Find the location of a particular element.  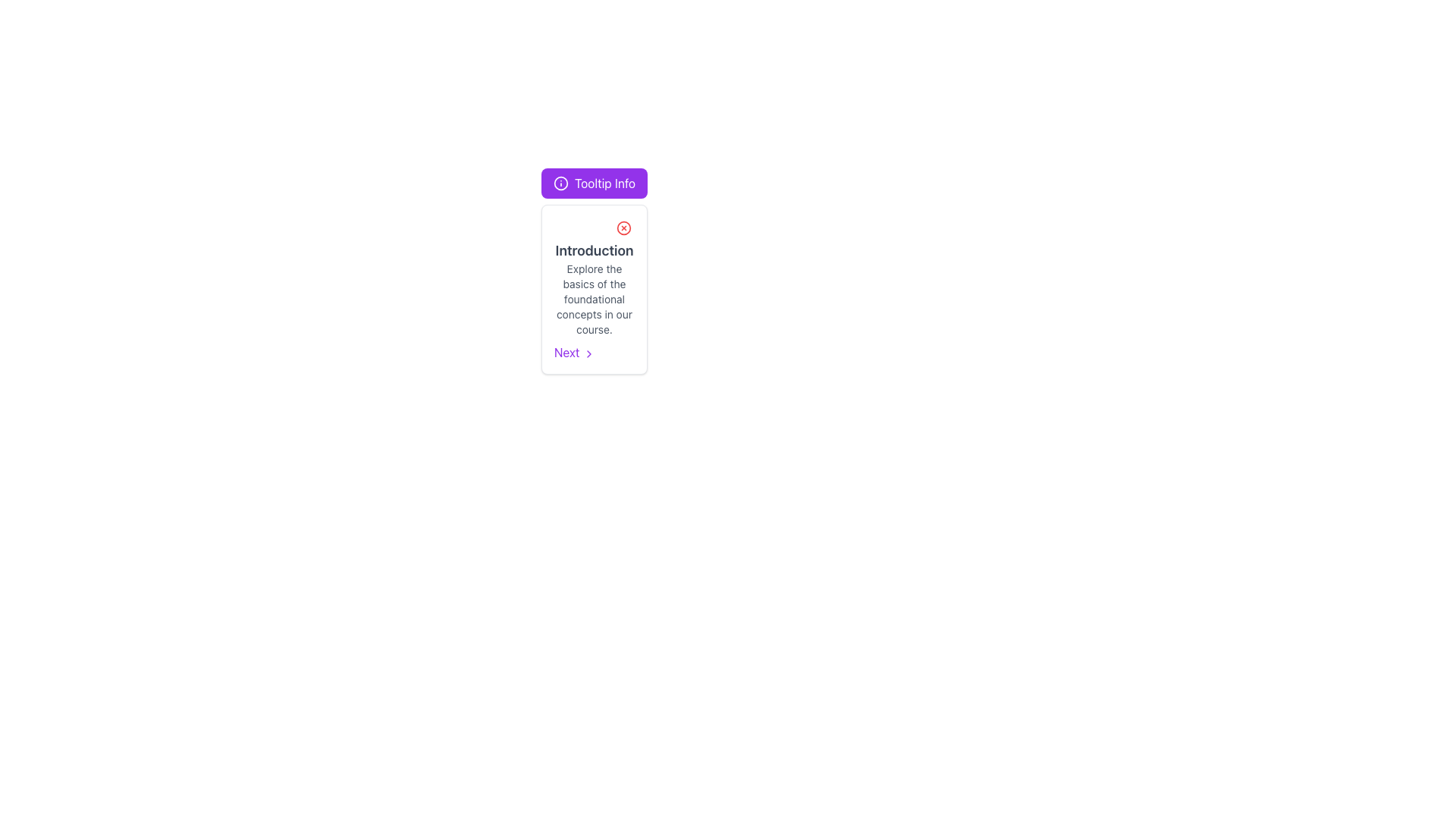

the 'Tooltip Info' button with a purple background and white text, which includes an information icon is located at coordinates (593, 183).